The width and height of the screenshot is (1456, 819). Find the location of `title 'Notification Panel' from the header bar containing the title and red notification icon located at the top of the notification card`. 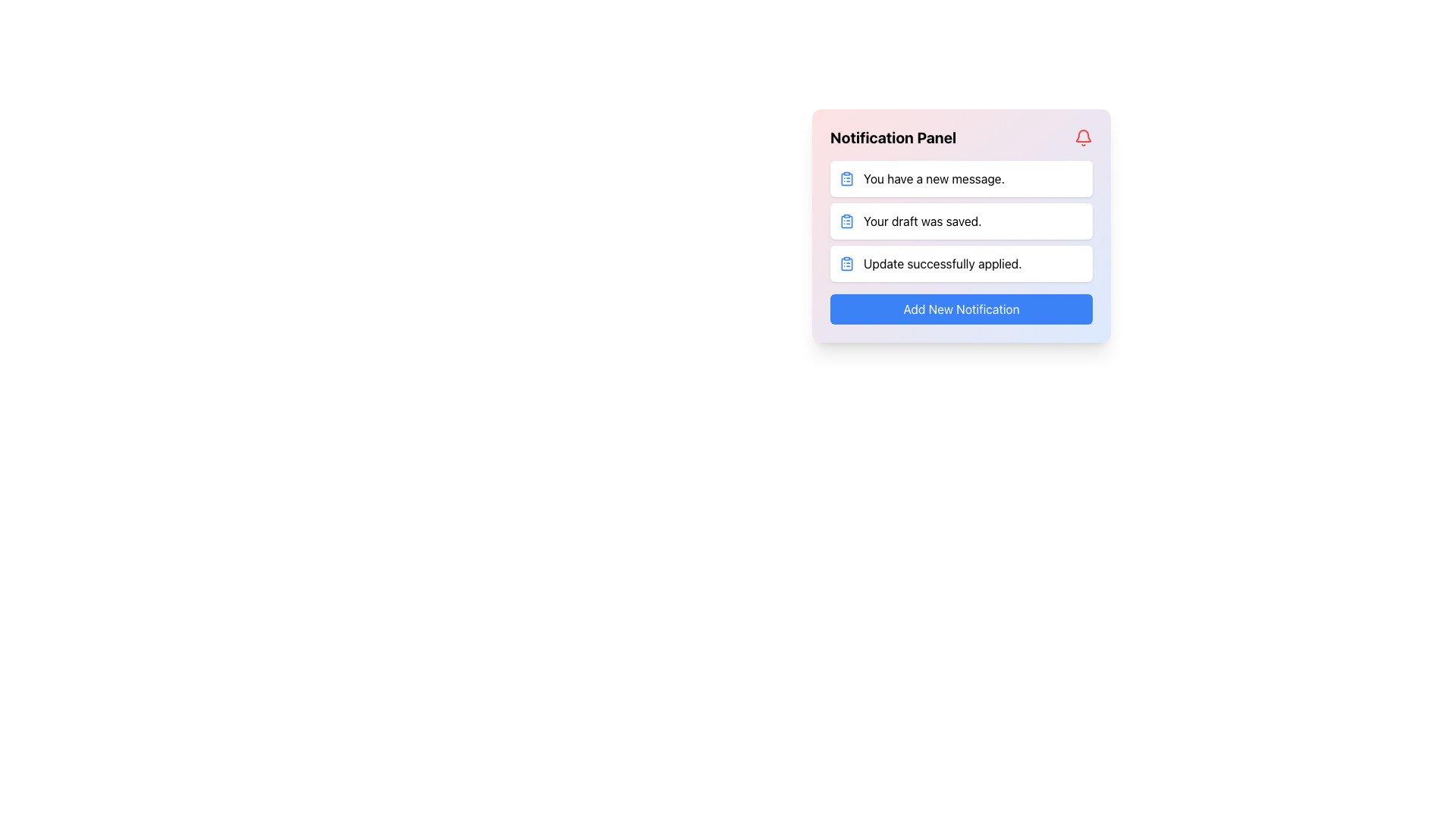

title 'Notification Panel' from the header bar containing the title and red notification icon located at the top of the notification card is located at coordinates (960, 137).